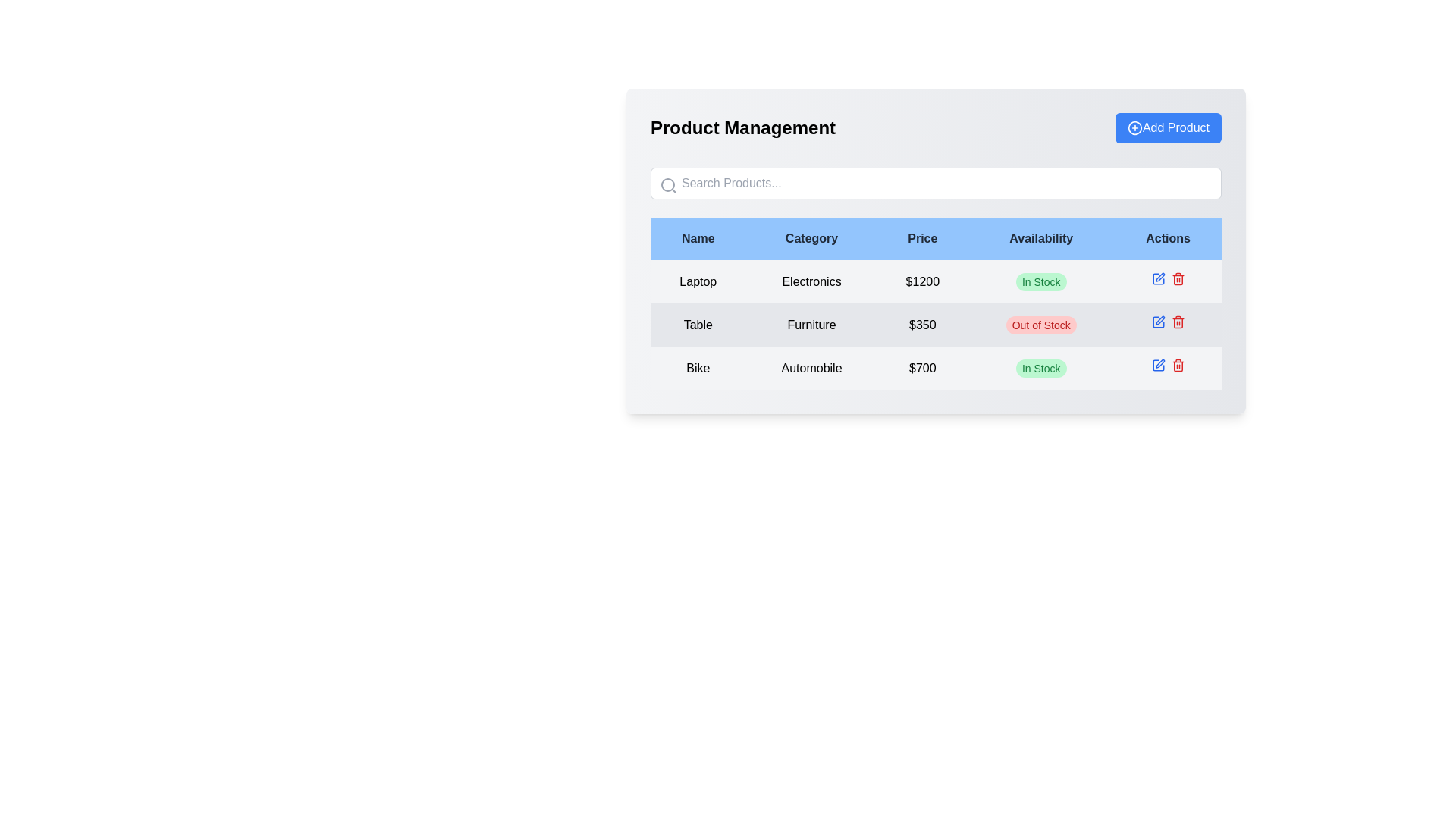  I want to click on the outer rectangular shape of the trash icon in the 'Actions' column of the third row to trigger a delete action, so click(1177, 322).